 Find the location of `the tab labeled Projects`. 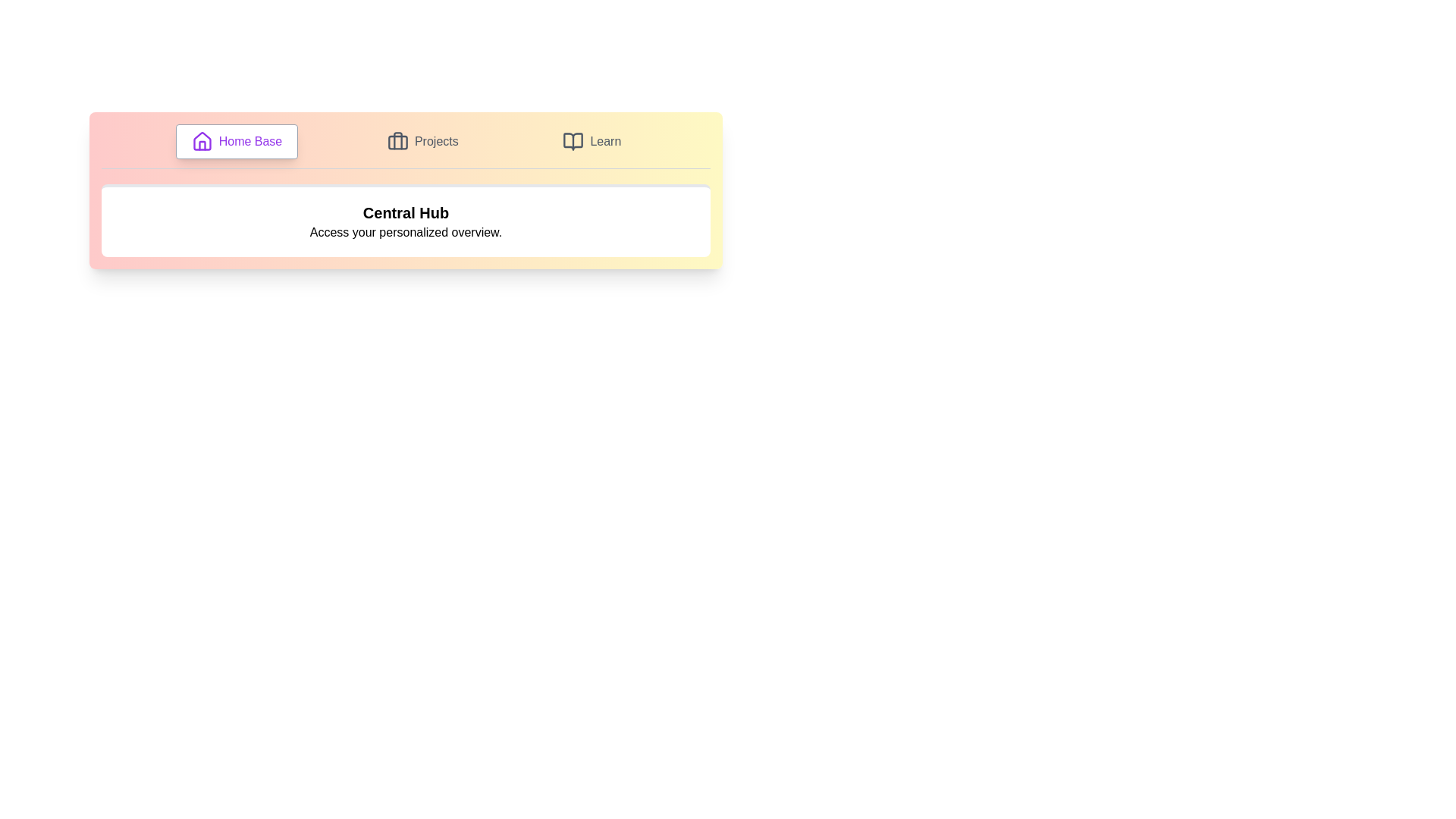

the tab labeled Projects is located at coordinates (422, 141).